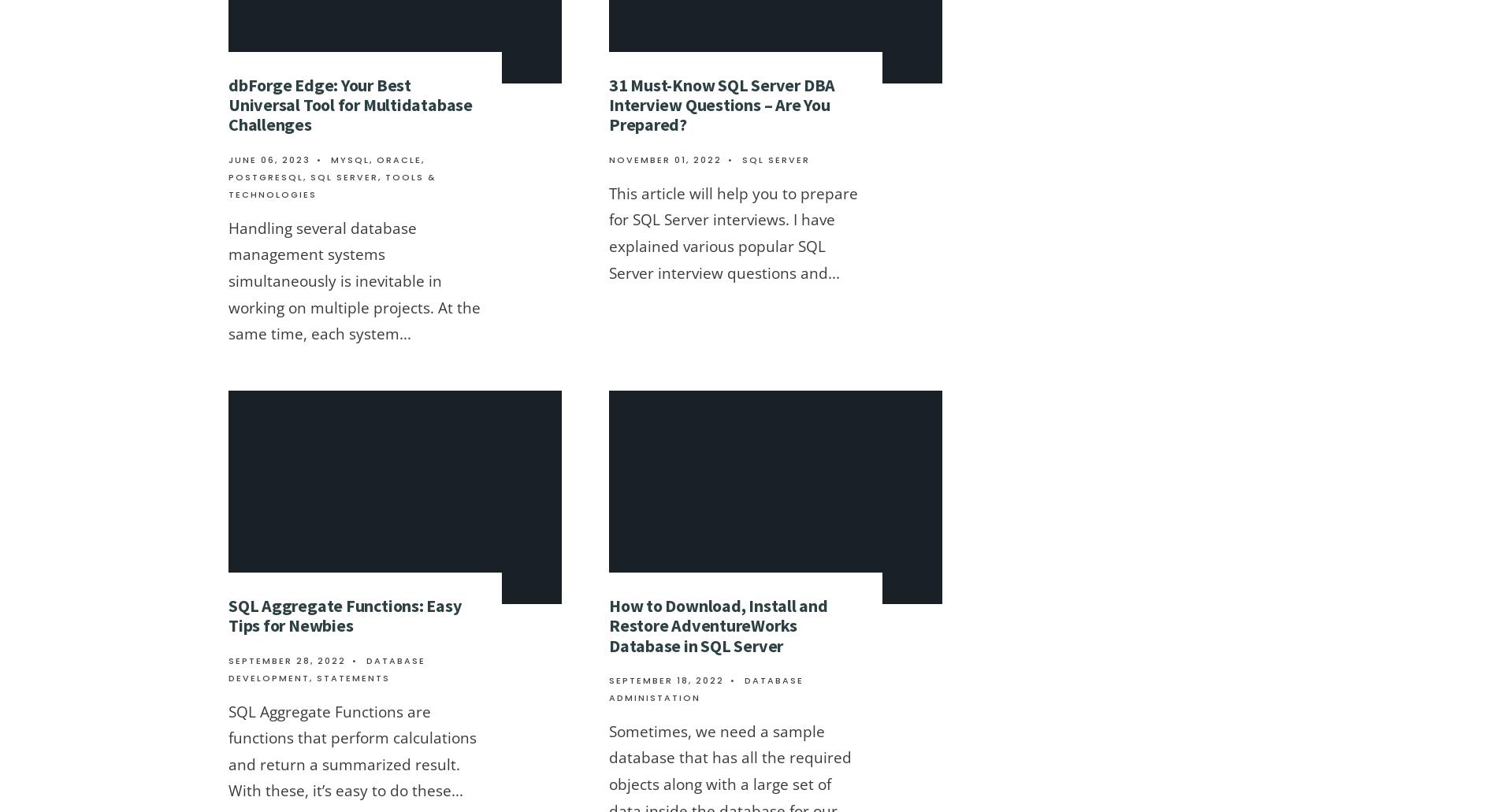 Image resolution: width=1497 pixels, height=812 pixels. What do you see at coordinates (331, 184) in the screenshot?
I see `'Tools & technologies'` at bounding box center [331, 184].